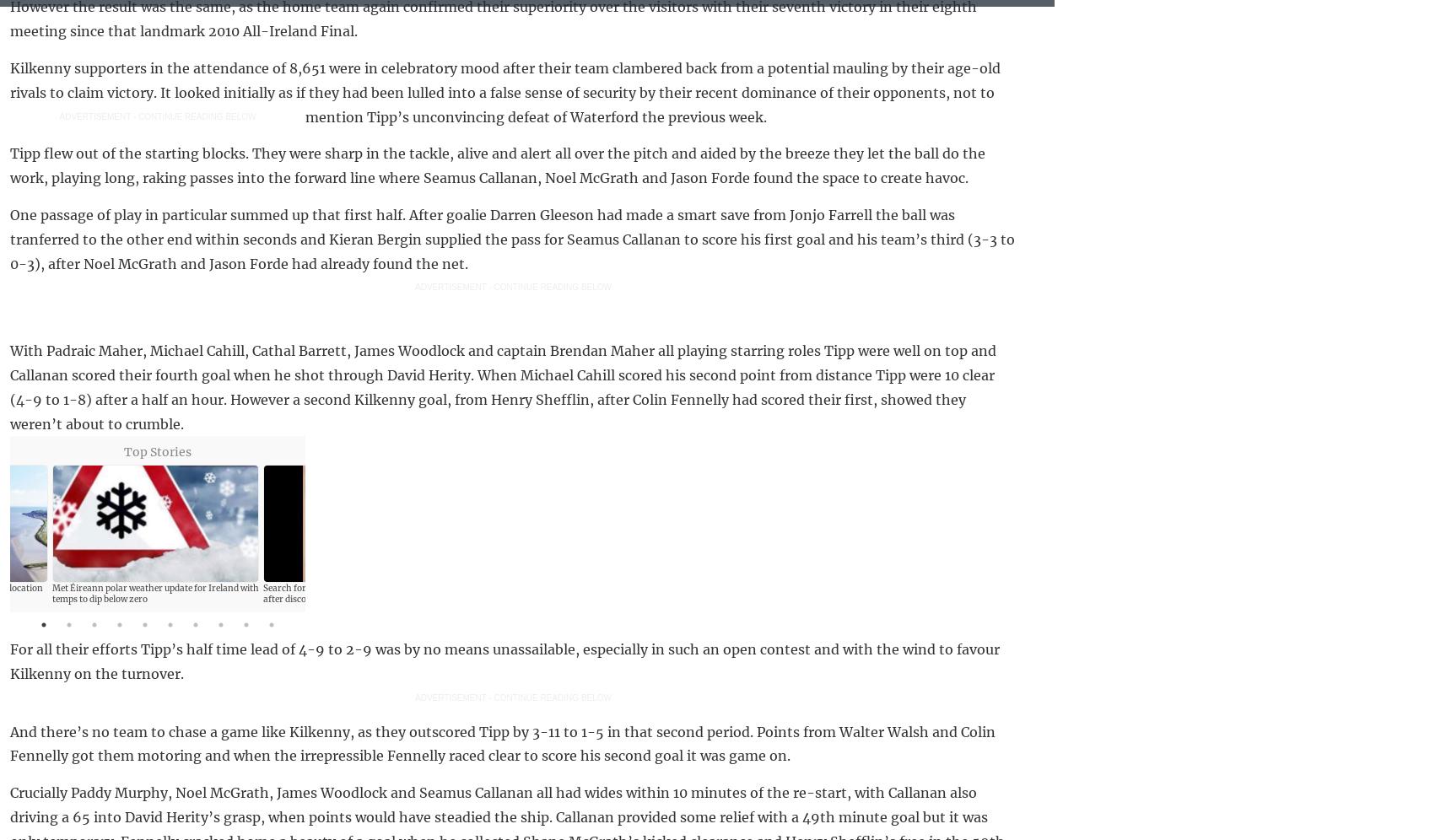  What do you see at coordinates (502, 385) in the screenshot?
I see `'With Padraic Maher, Michael Cahill, Cathal Barrett, James Woodlock and captain Brendan Maher all playing starring roles Tipp were well on top and Callanan scored their fourth goal when he shot through David Herity. When Michael Cahill scored his second point from distance Tipp were 10 clear (4-9 to 1-8) after a half an hour. However a second Kilkenny goal, from Henry Shefflin, after Colin Fennelly had scored their first, showed they weren’t about to crumble.'` at bounding box center [502, 385].